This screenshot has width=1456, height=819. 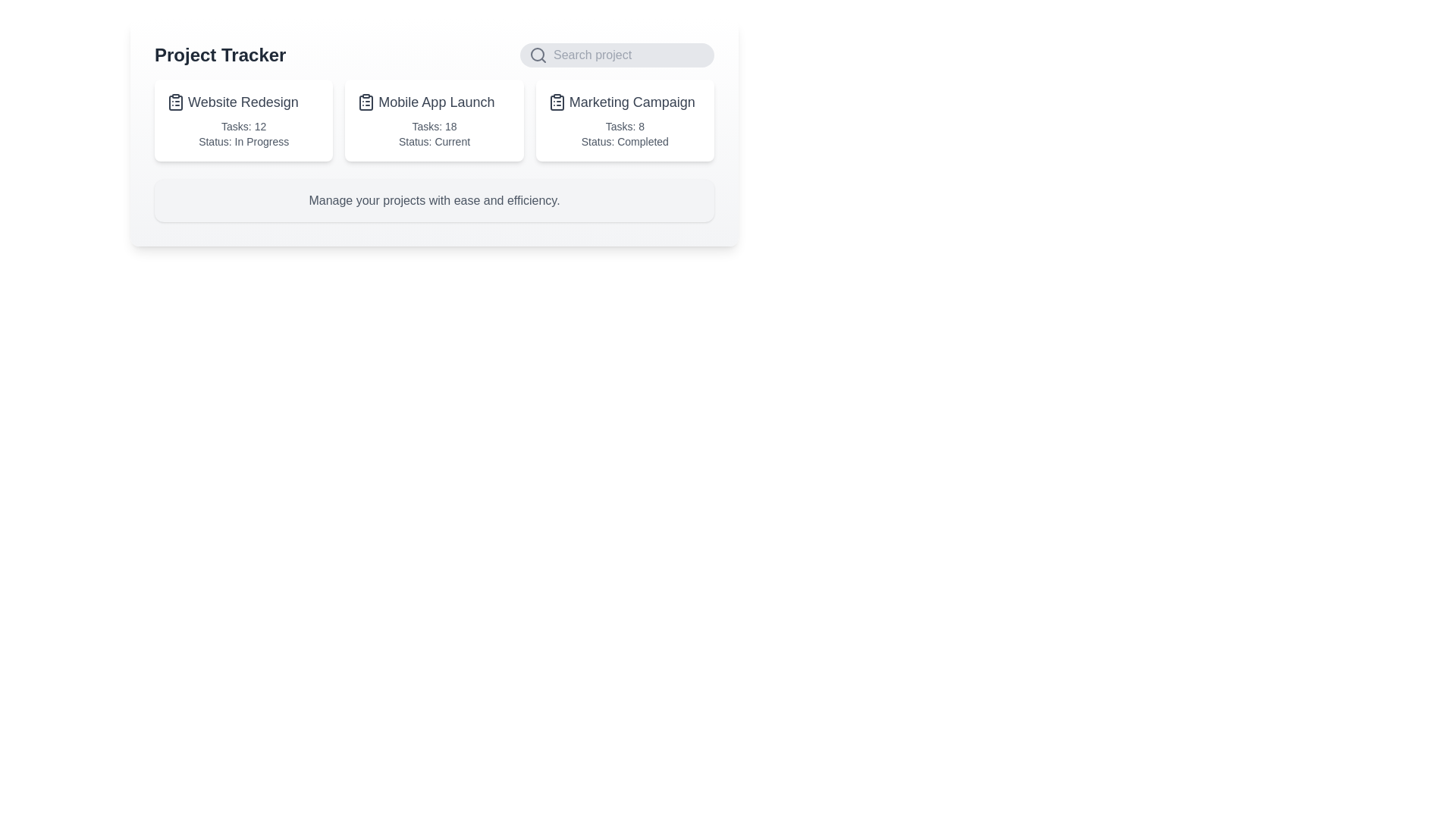 I want to click on text label displaying 'Marketing Campaign', which is a medium-sized dark gray font accompanied by a clipboard icon on its left side, located in the upper section of the third project card, so click(x=625, y=102).